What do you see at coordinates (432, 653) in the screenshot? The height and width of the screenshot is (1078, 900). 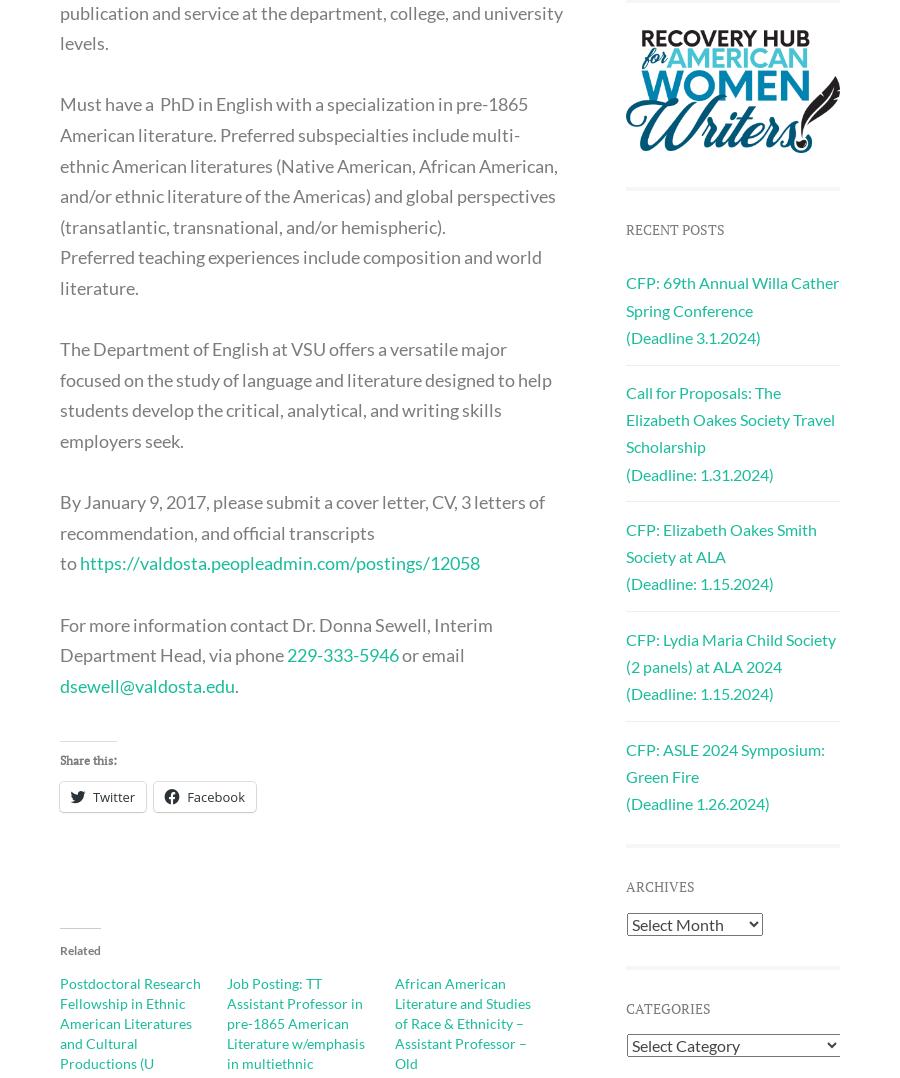 I see `'or email'` at bounding box center [432, 653].